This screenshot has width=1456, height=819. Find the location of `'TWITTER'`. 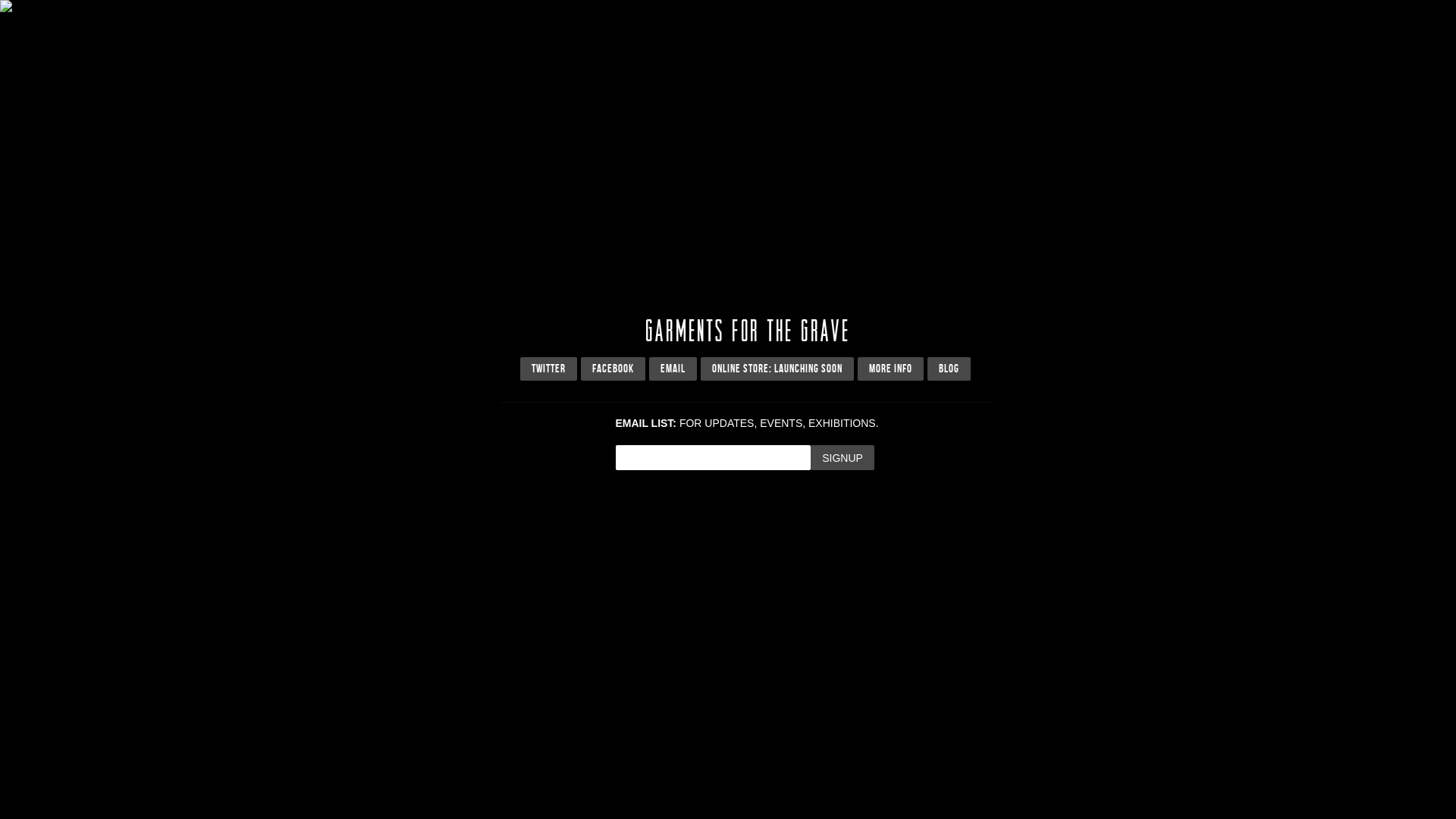

'TWITTER' is located at coordinates (548, 369).